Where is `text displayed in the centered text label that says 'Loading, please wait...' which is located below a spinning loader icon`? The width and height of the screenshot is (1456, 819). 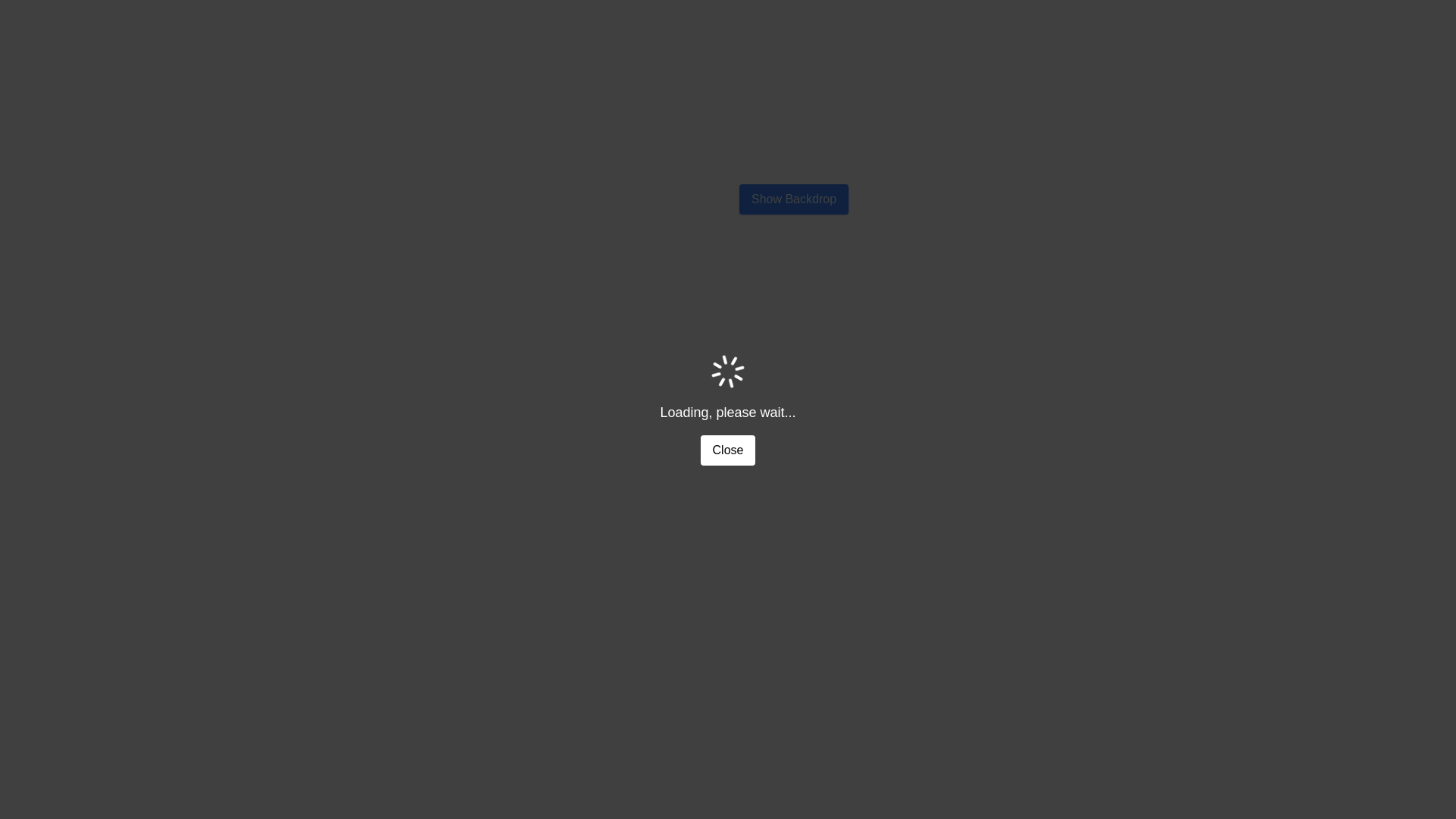 text displayed in the centered text label that says 'Loading, please wait...' which is located below a spinning loader icon is located at coordinates (728, 412).